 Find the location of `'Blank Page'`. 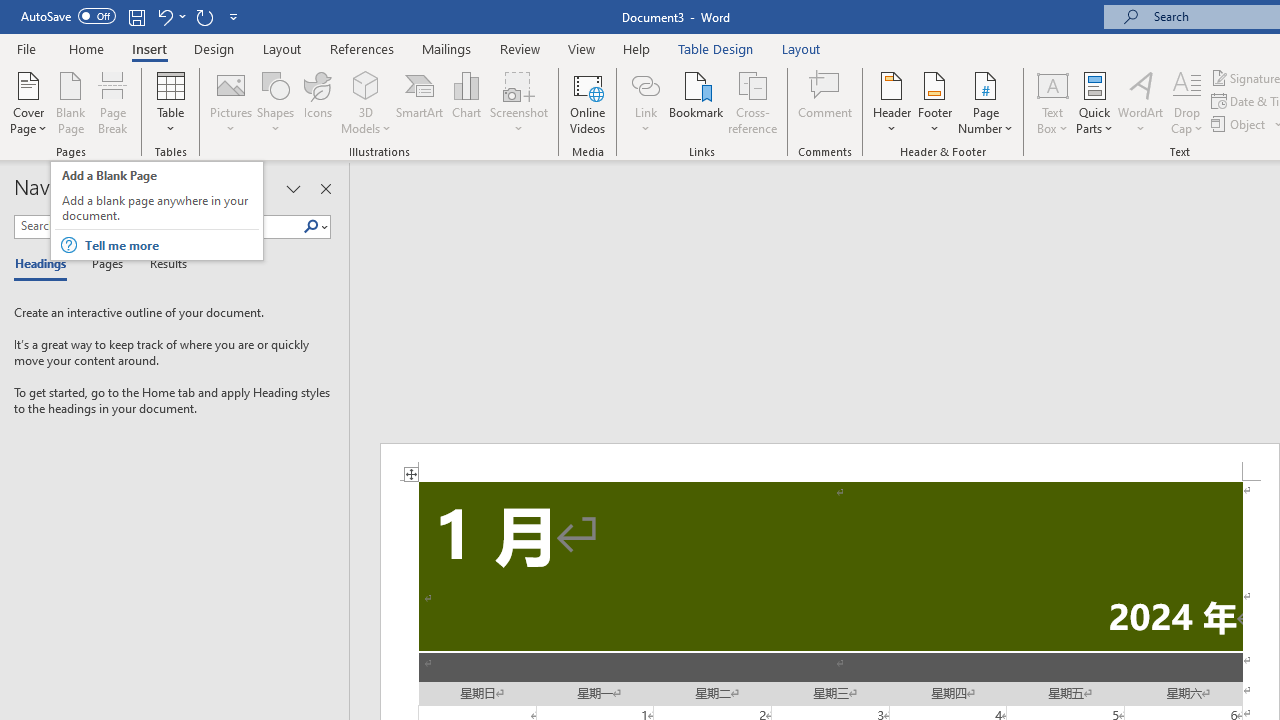

'Blank Page' is located at coordinates (71, 103).